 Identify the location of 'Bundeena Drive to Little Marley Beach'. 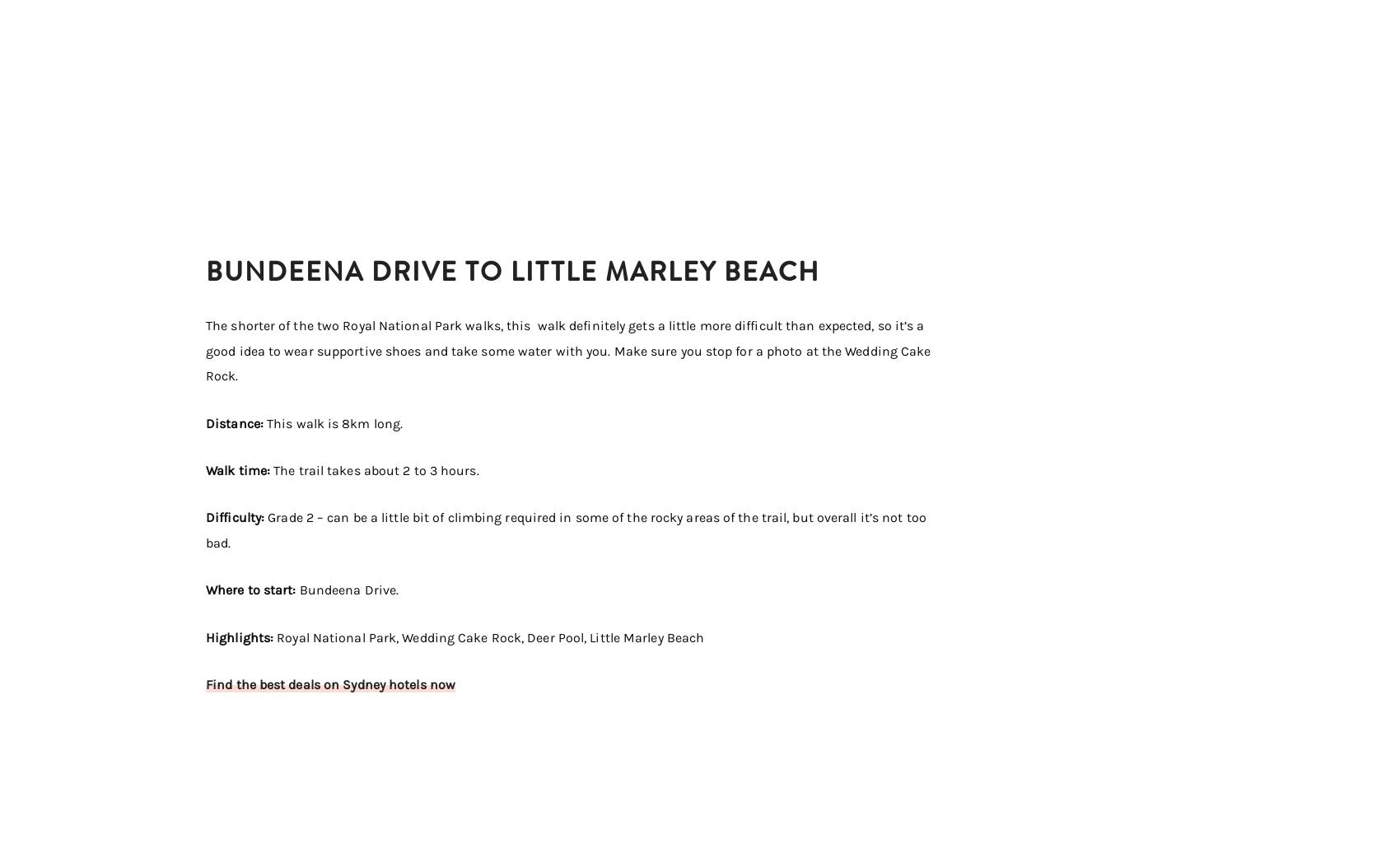
(512, 271).